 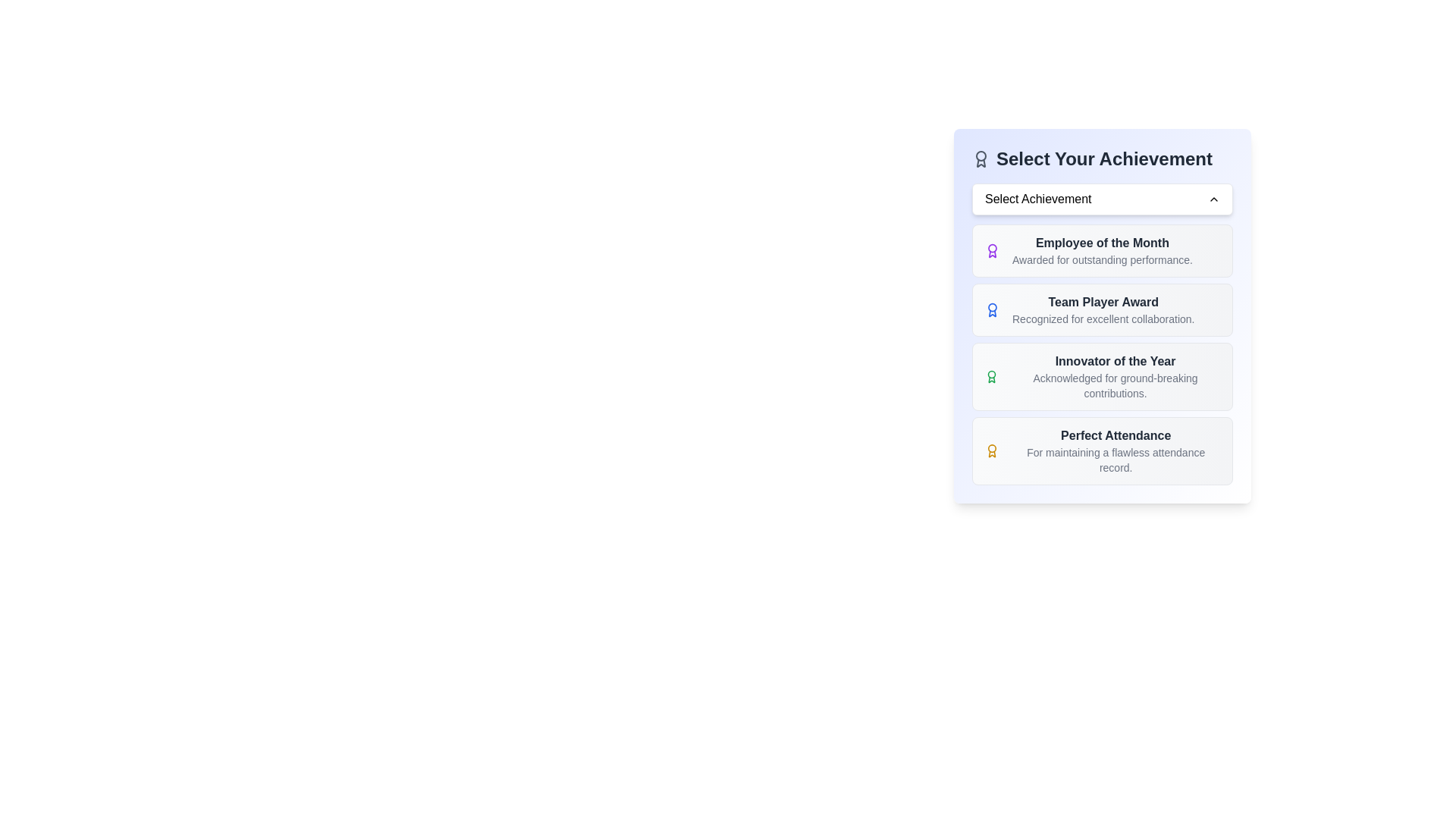 What do you see at coordinates (992, 374) in the screenshot?
I see `the Circular SVG graphical element which is part of the decorative icon indicating an award or achievement in the 'Select Your Achievement' section` at bounding box center [992, 374].